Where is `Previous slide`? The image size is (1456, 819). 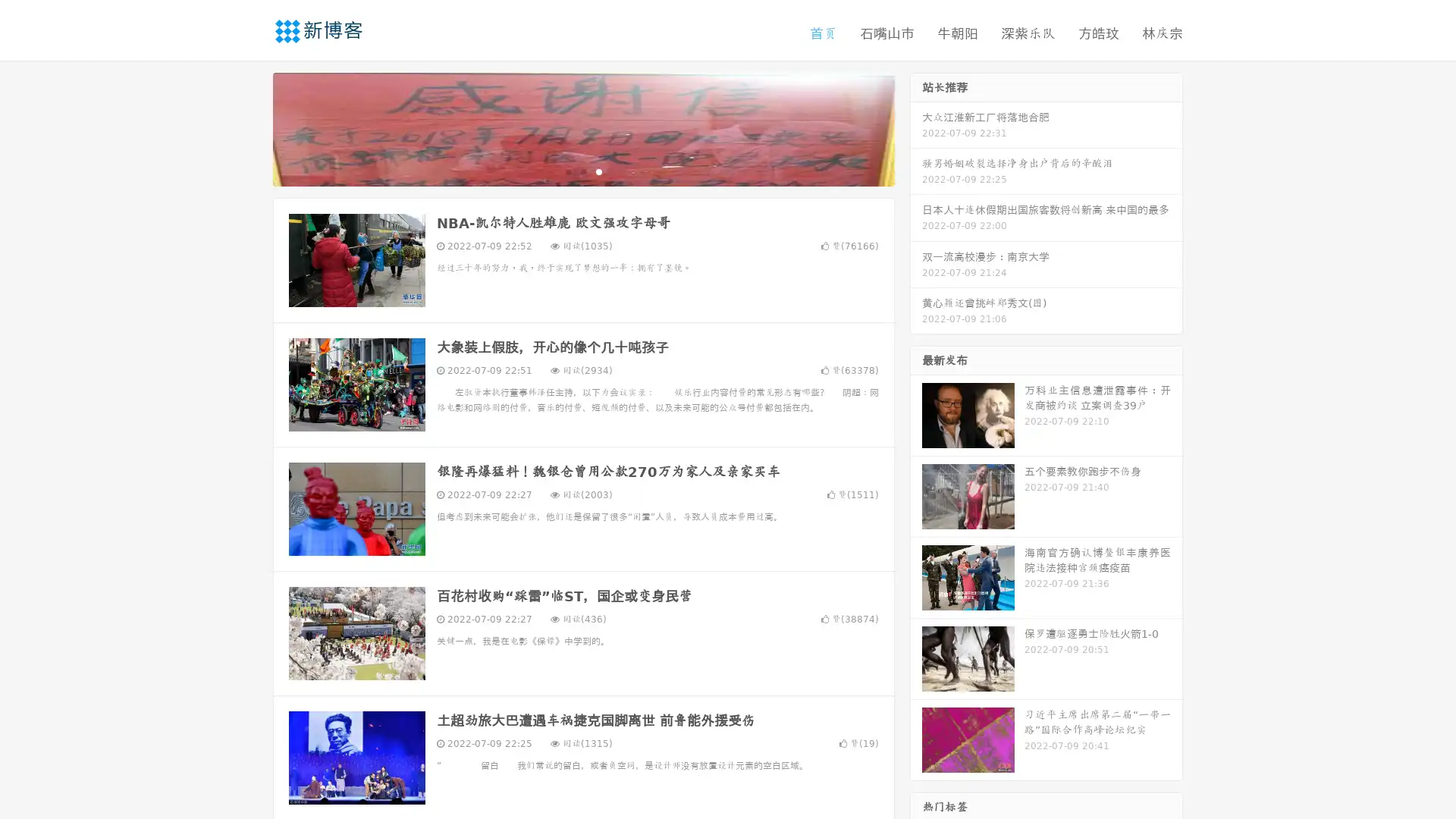 Previous slide is located at coordinates (250, 127).